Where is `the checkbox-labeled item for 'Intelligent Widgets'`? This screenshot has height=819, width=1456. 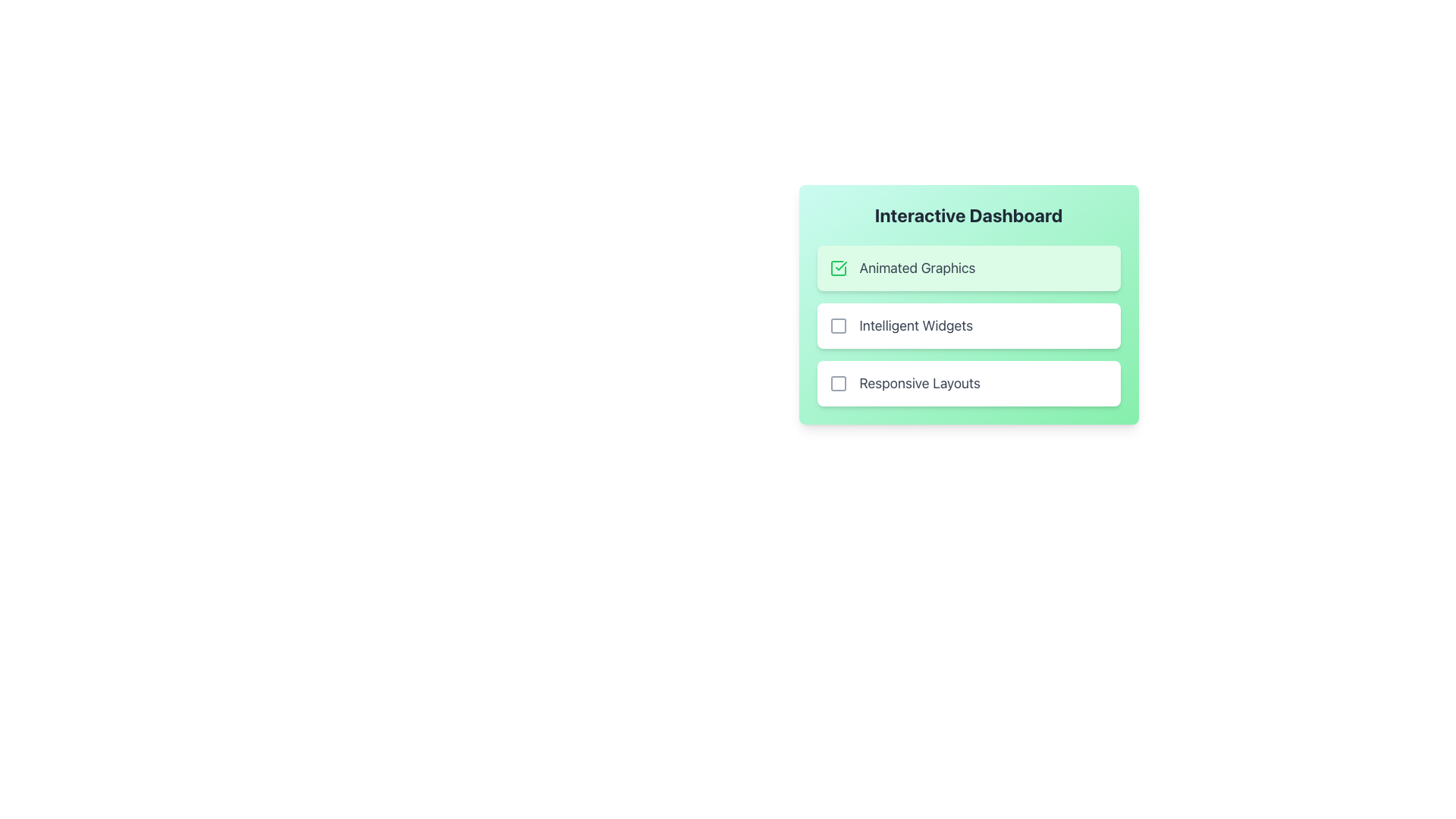
the checkbox-labeled item for 'Intelligent Widgets' is located at coordinates (968, 325).